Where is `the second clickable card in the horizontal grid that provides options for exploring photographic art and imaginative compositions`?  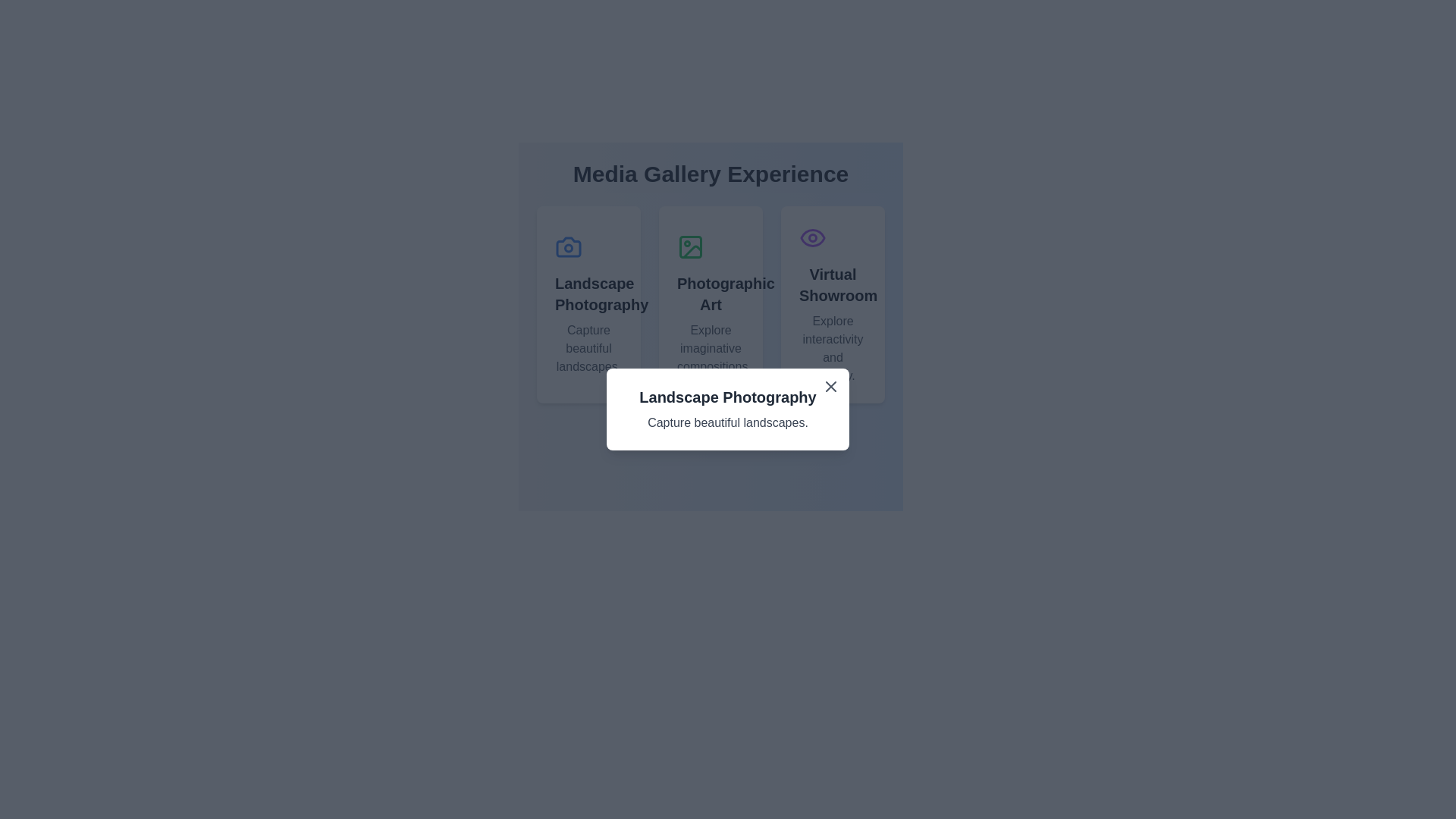
the second clickable card in the horizontal grid that provides options for exploring photographic art and imaginative compositions is located at coordinates (710, 304).